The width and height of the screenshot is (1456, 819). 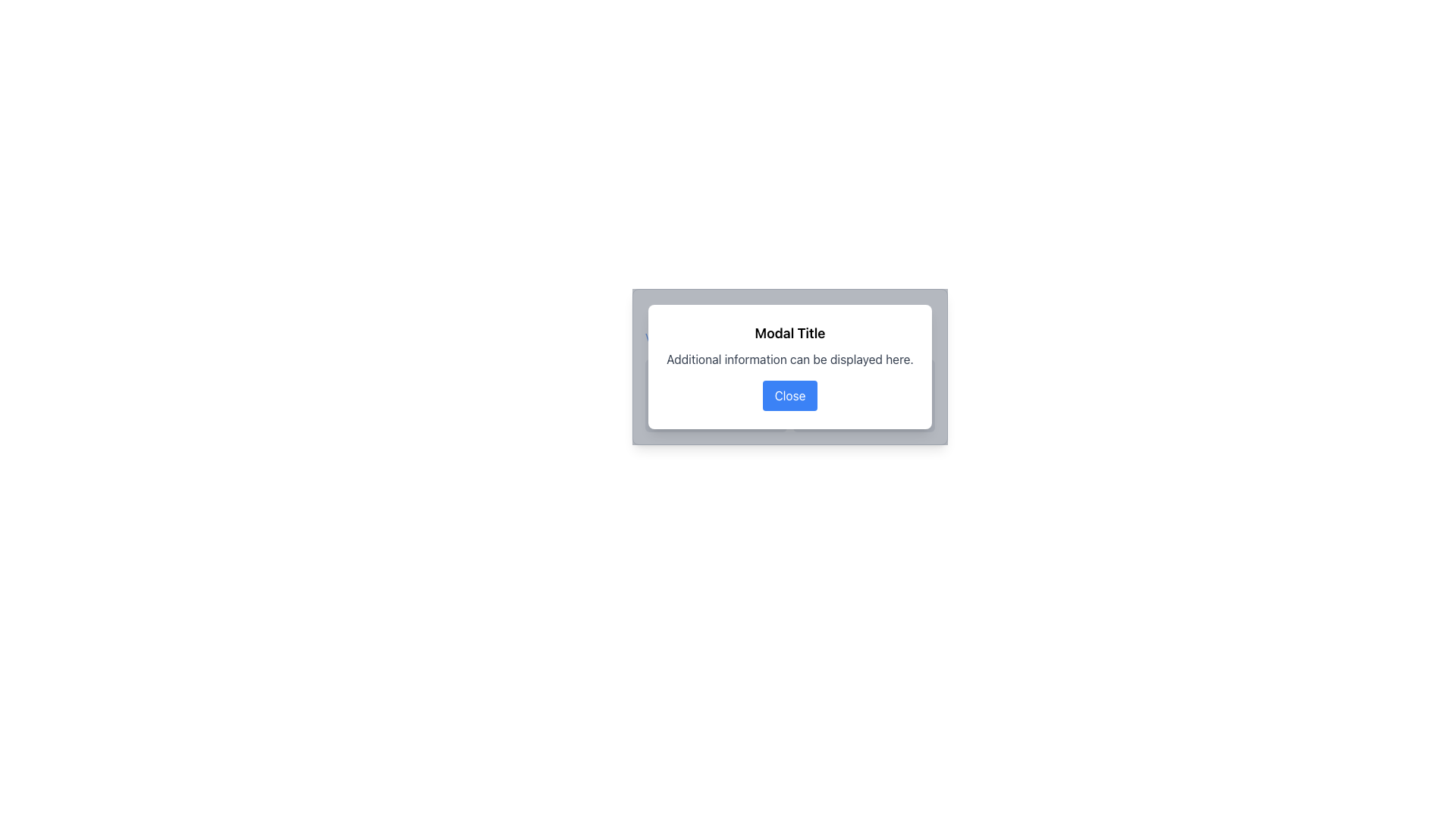 What do you see at coordinates (789, 359) in the screenshot?
I see `the text label displaying 'Additional information can be displayed here.' which is positioned beneath the 'Modal Title' and above the 'Close' button in the modal box` at bounding box center [789, 359].